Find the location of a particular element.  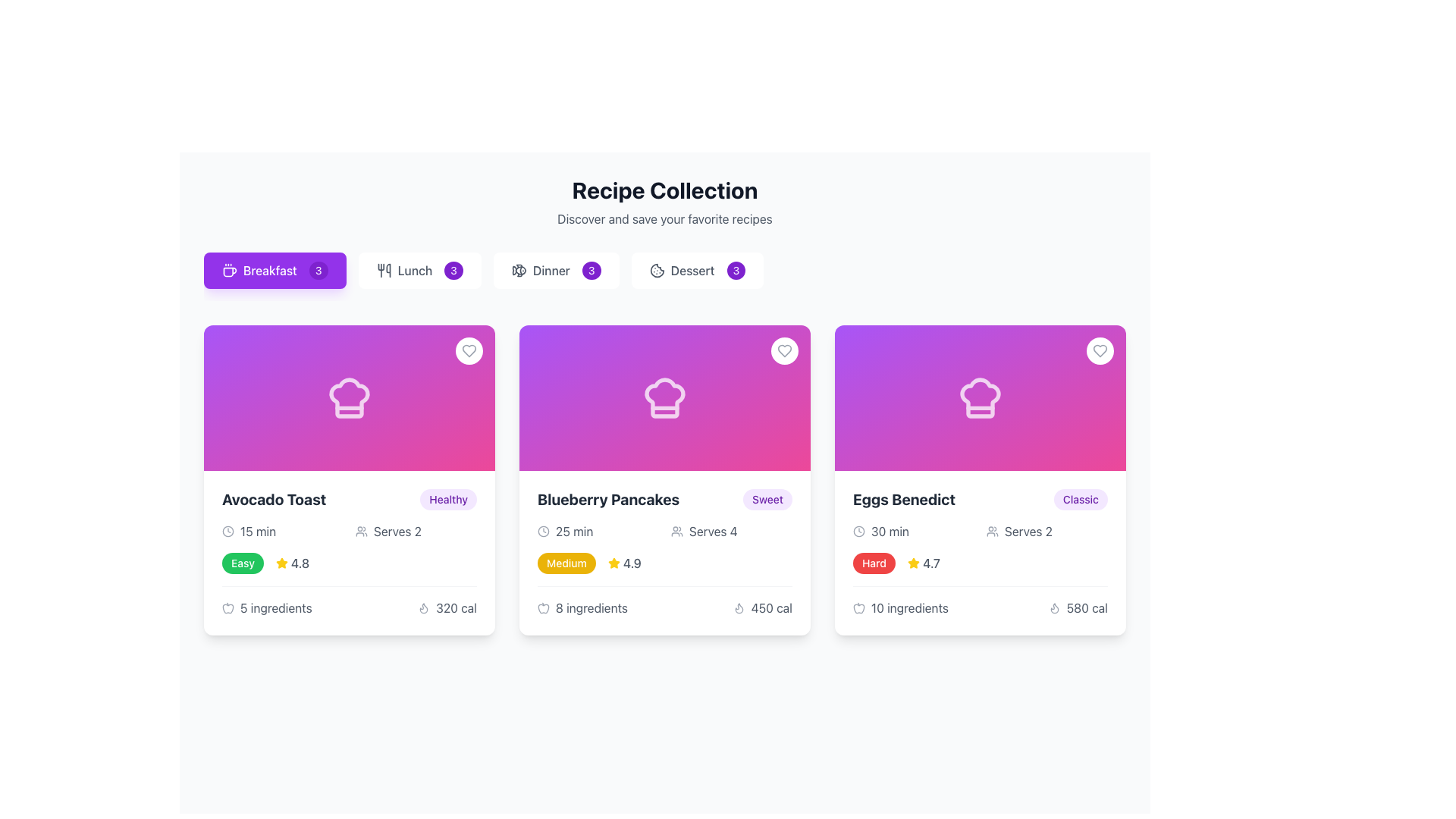

the 'favorite' button located at the top-right corner of the 'Eggs Benedict' recipe card is located at coordinates (1100, 350).